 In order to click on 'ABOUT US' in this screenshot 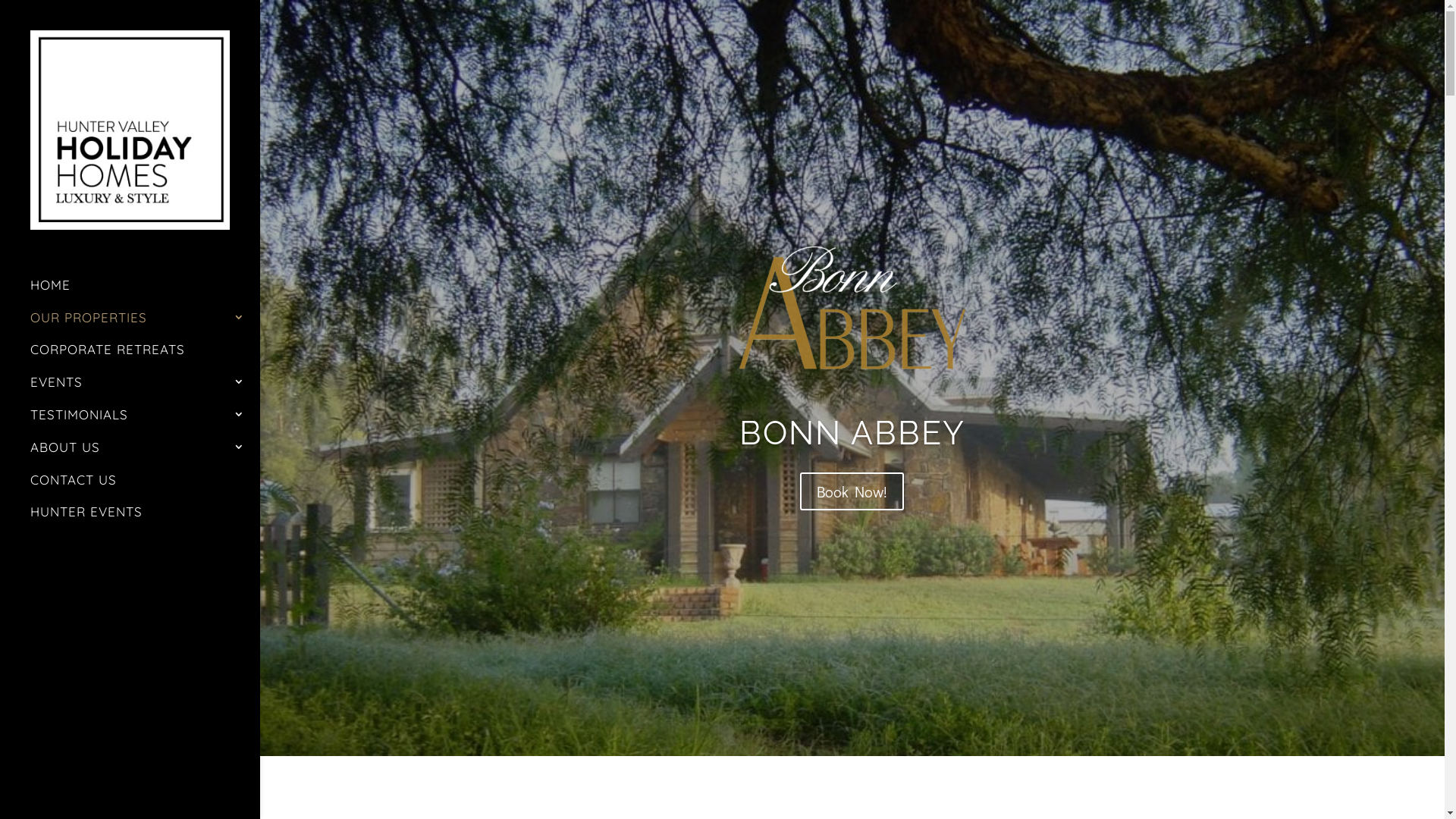, I will do `click(145, 453)`.